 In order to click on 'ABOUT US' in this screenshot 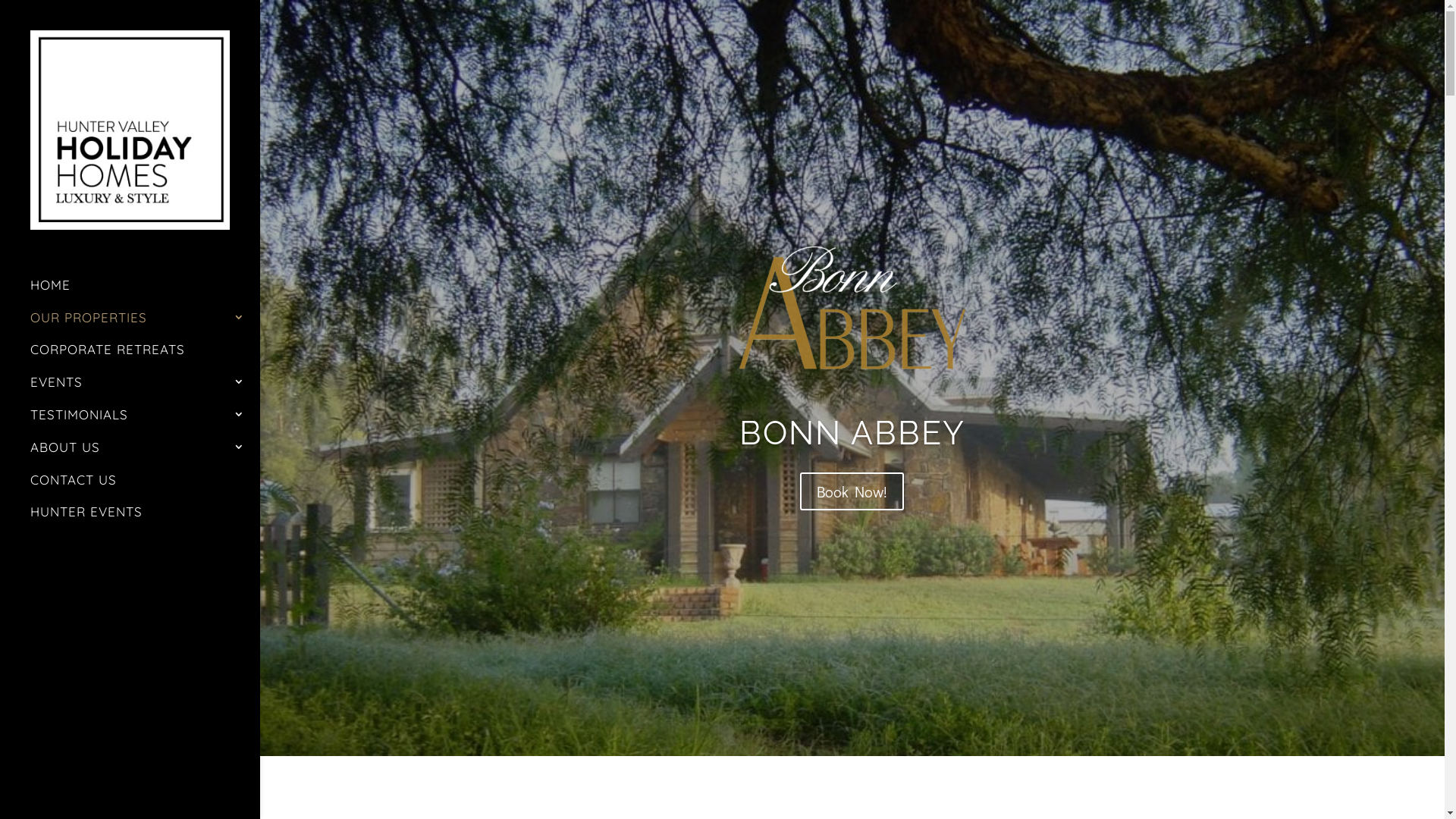, I will do `click(145, 453)`.